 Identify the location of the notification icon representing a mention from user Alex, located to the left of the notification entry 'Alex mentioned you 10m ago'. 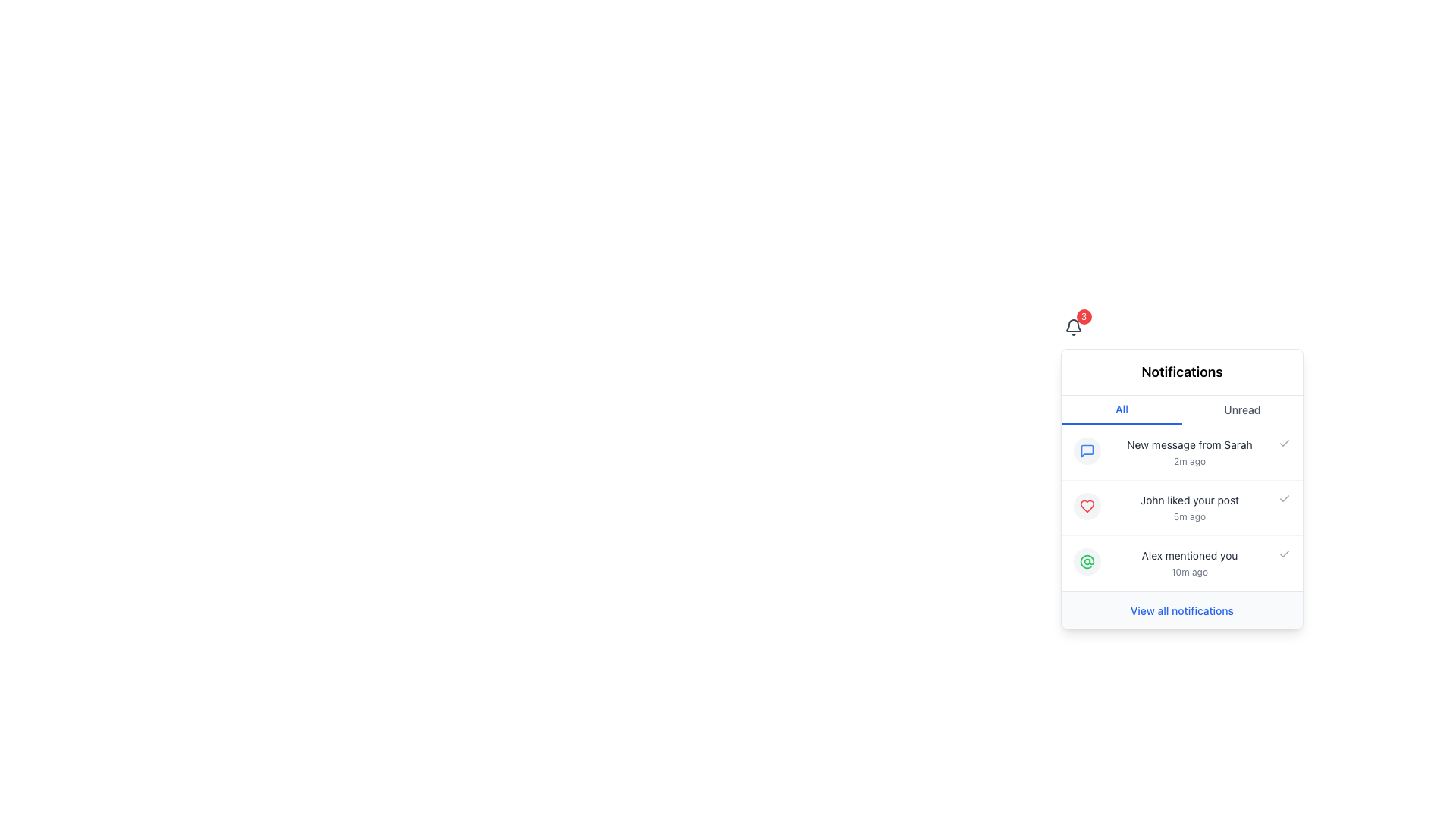
(1087, 561).